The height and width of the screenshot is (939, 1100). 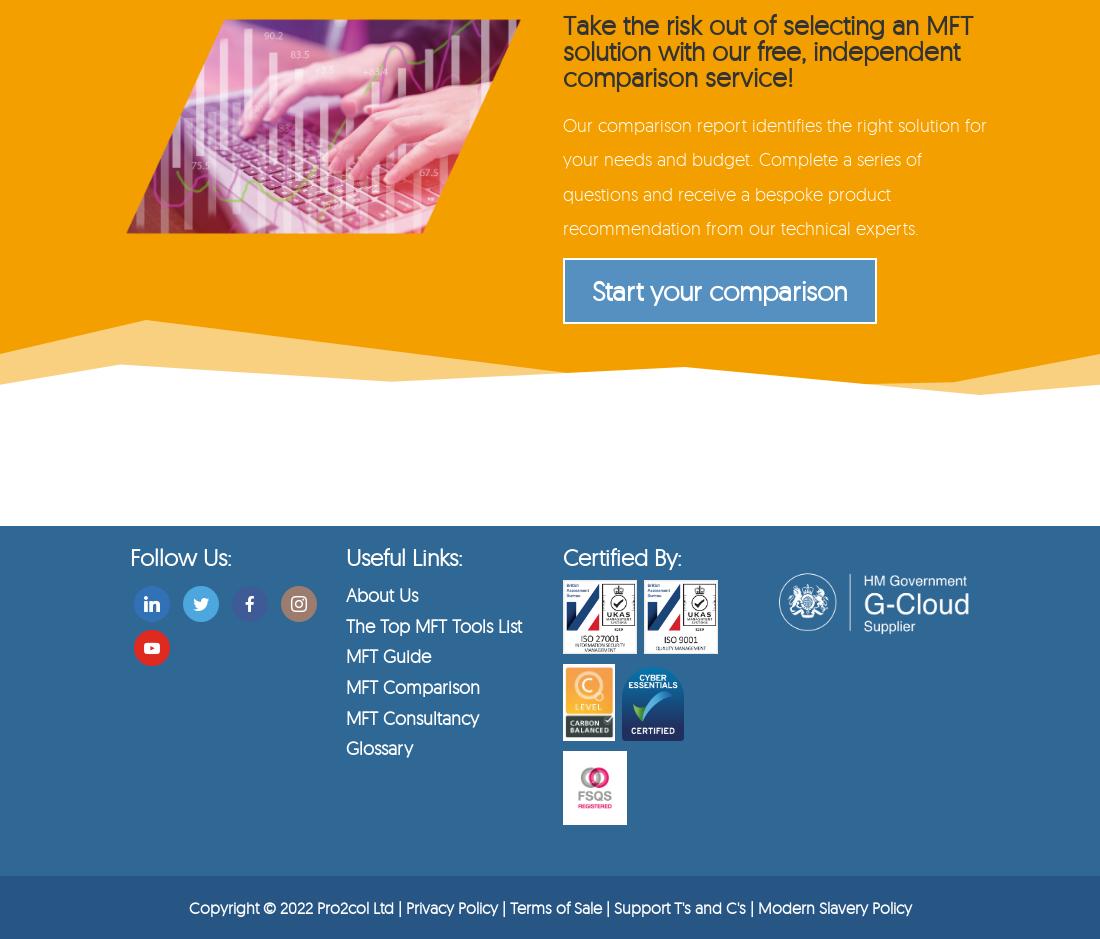 What do you see at coordinates (388, 655) in the screenshot?
I see `'MFT Guide'` at bounding box center [388, 655].